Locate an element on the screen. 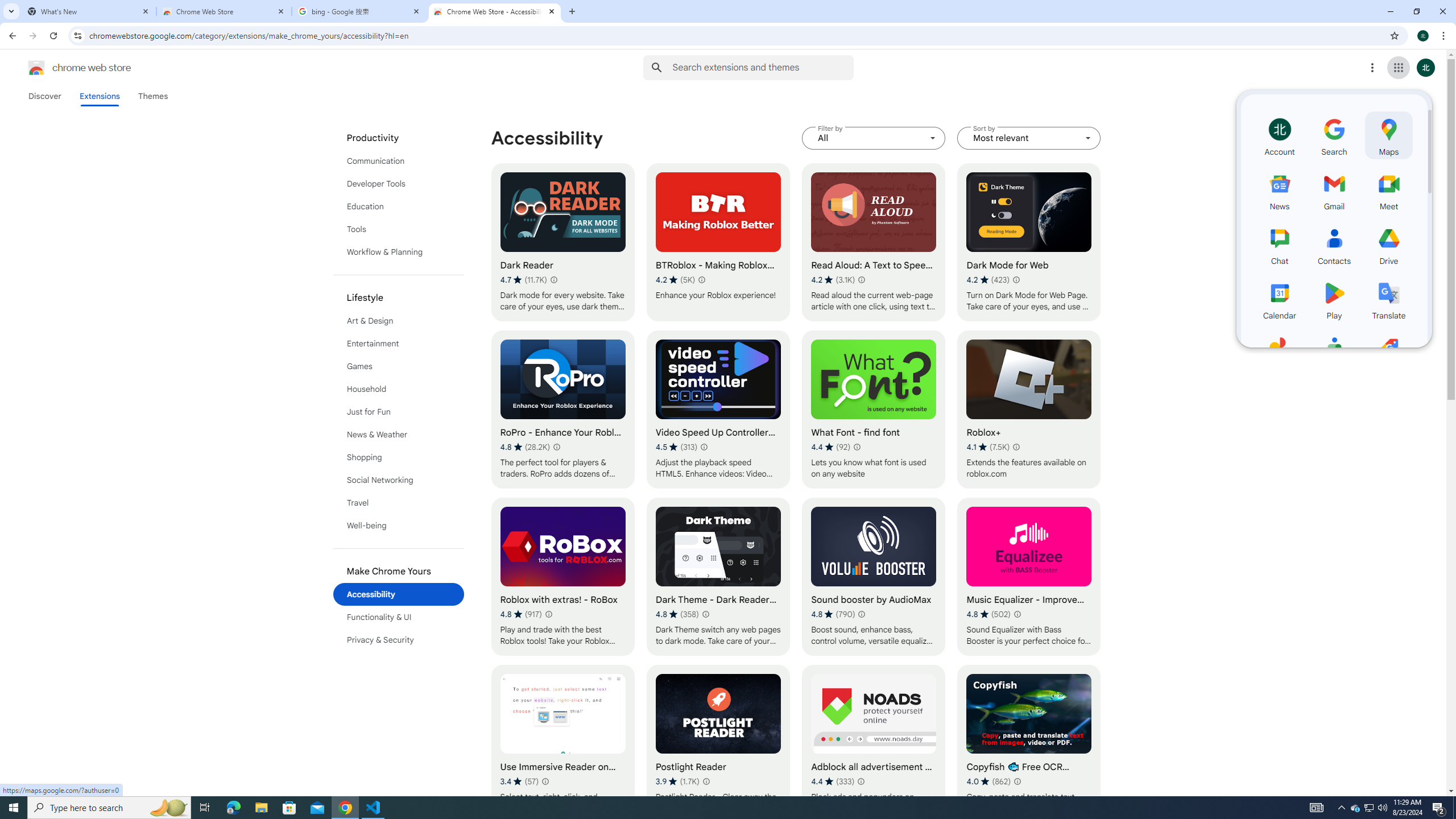 The image size is (1456, 819). 'Roblox with extras! - RoBox' is located at coordinates (562, 577).